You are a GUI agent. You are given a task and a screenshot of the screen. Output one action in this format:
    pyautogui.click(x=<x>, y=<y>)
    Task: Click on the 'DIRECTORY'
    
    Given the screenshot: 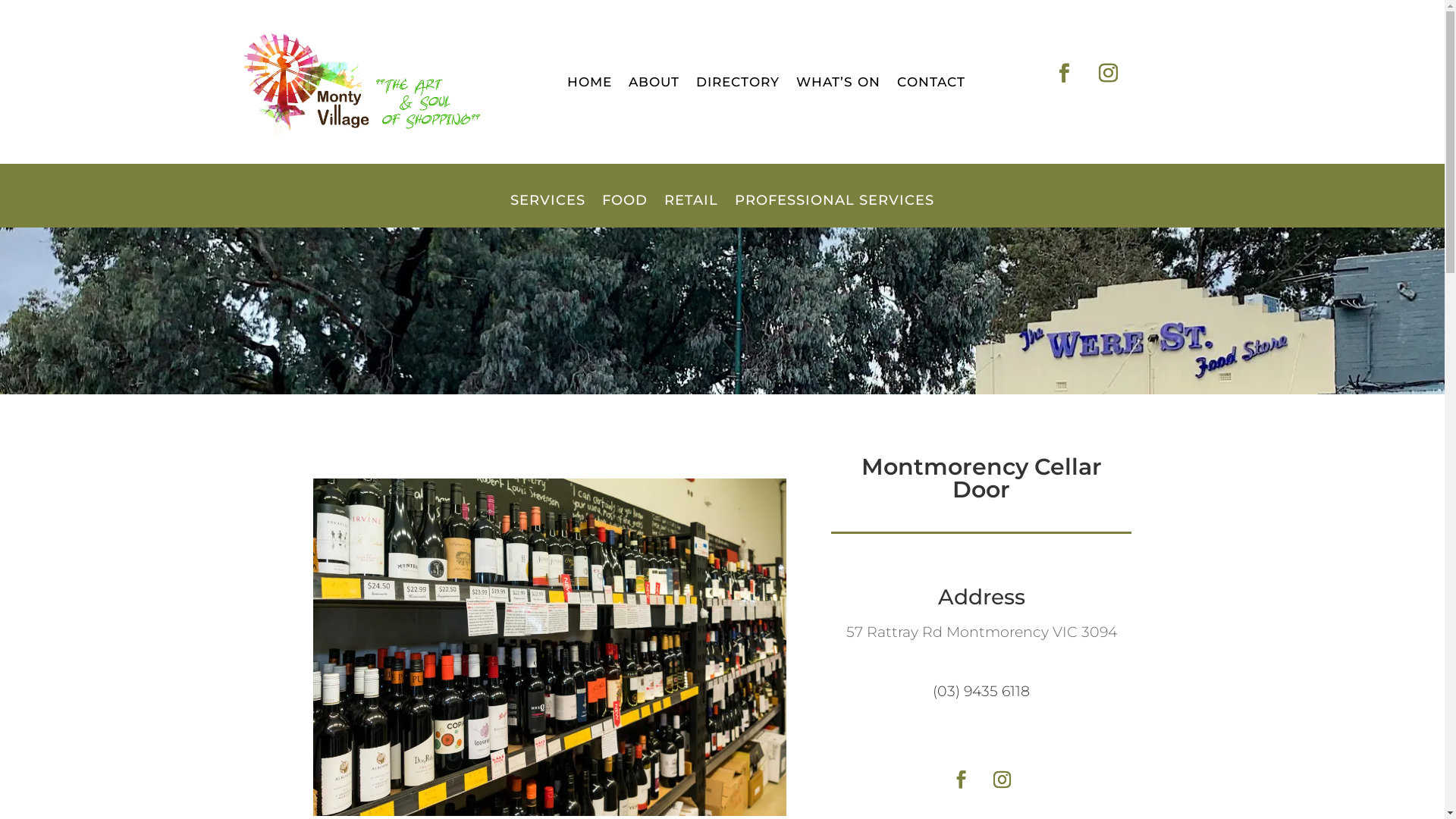 What is the action you would take?
    pyautogui.click(x=695, y=85)
    